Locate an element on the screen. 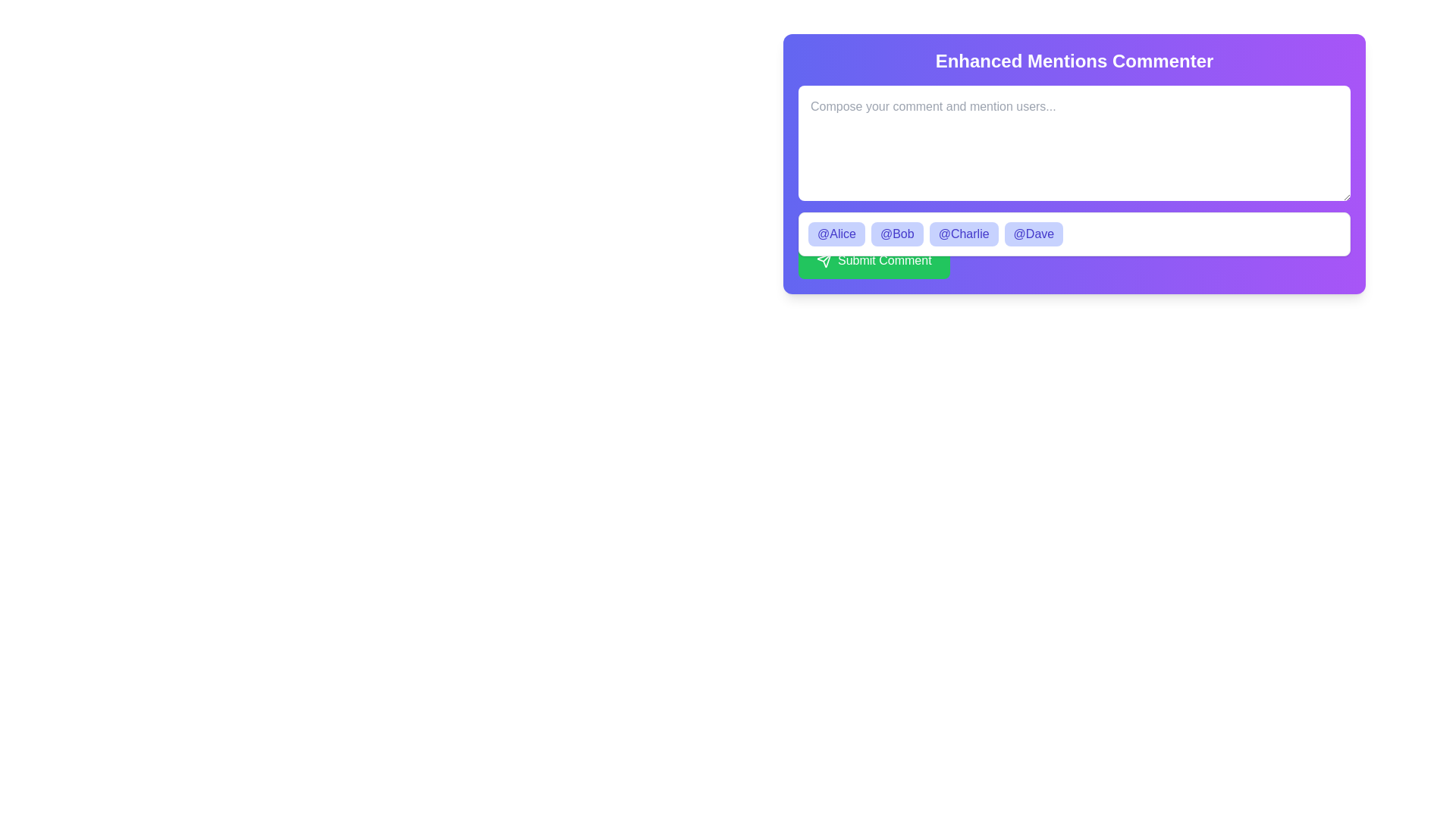 The image size is (1456, 819). the green button labeled 'Submit Comment' containing the paper plane icon is located at coordinates (823, 259).